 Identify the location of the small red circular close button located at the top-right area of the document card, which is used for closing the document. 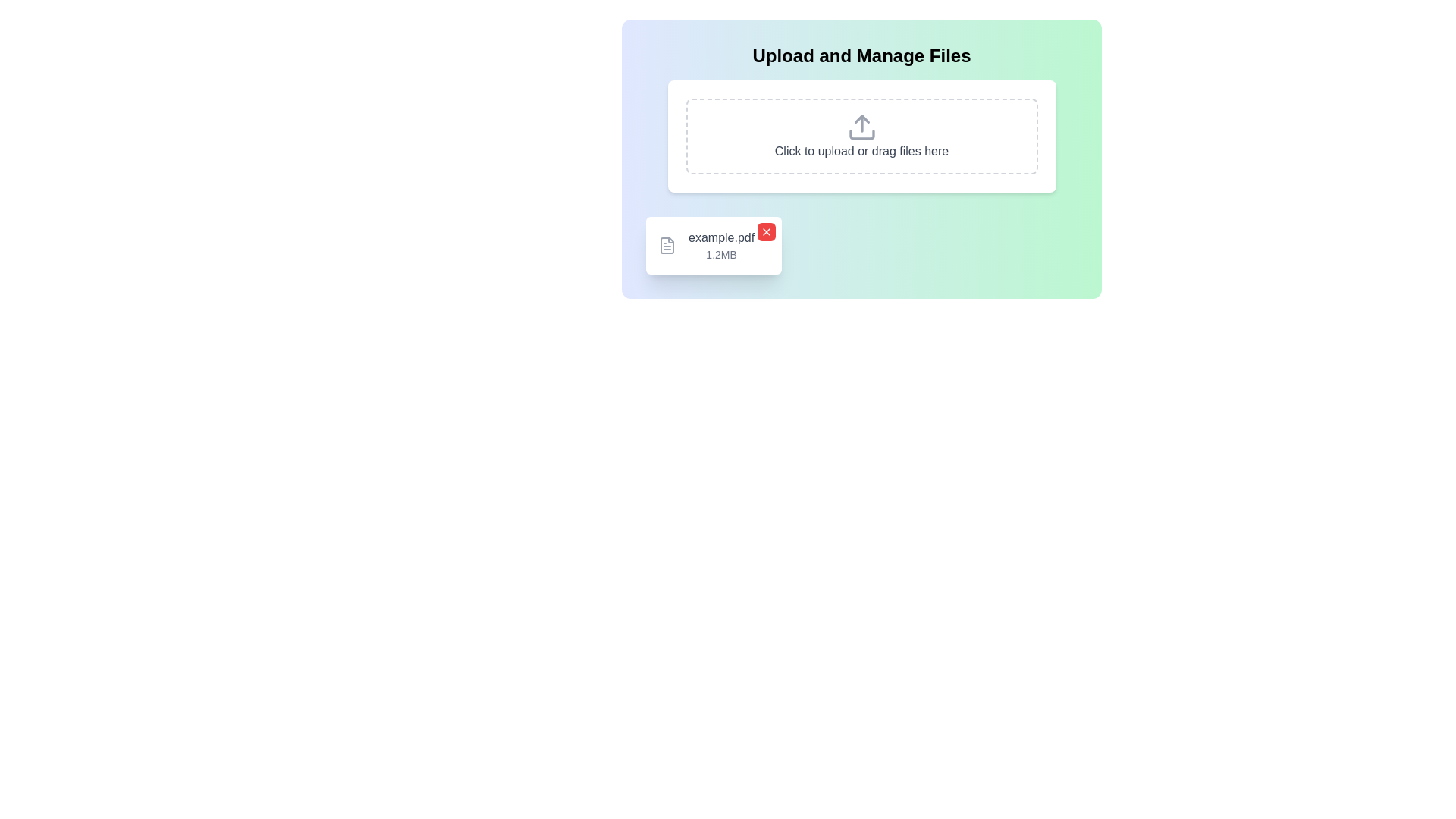
(767, 231).